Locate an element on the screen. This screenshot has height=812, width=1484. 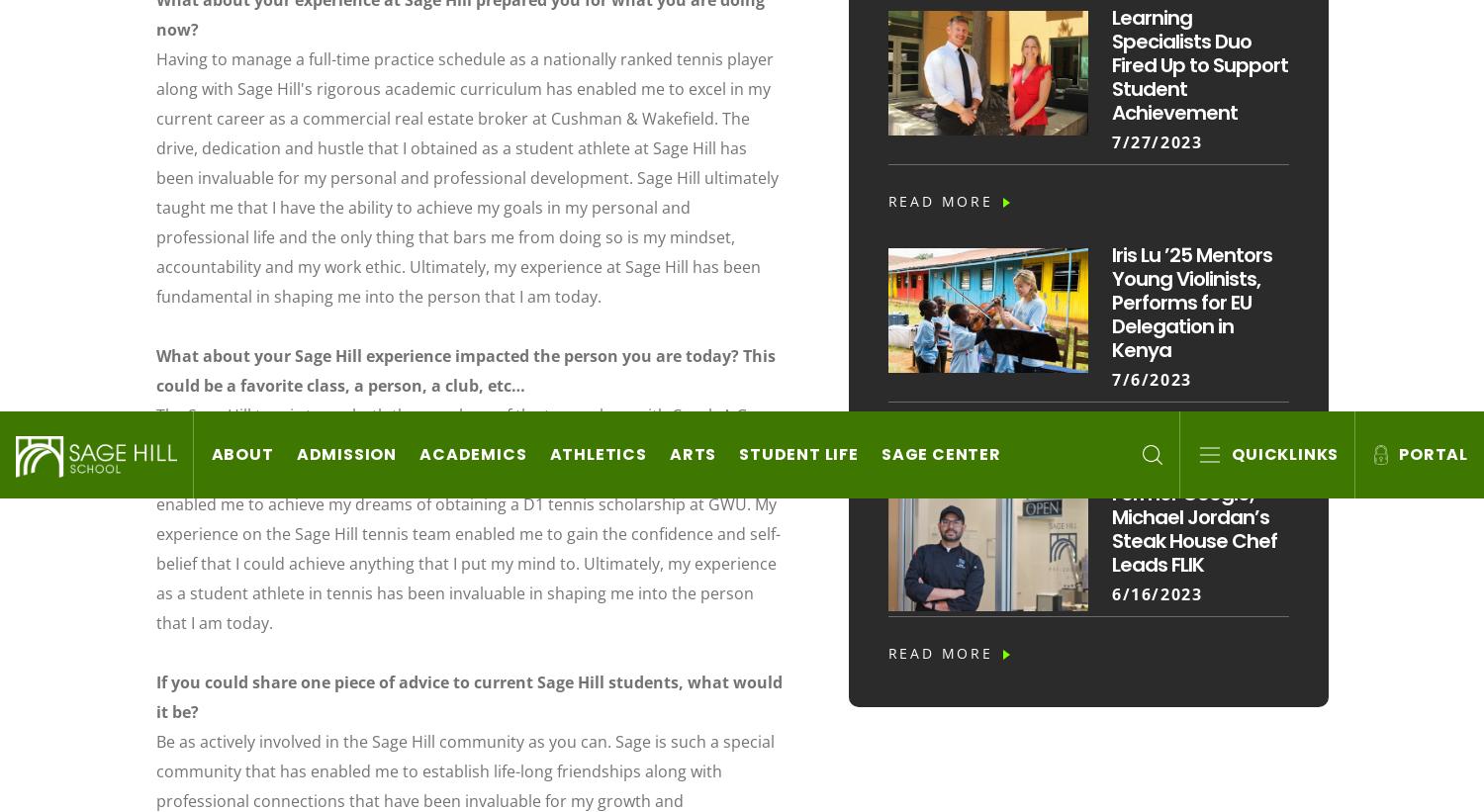
'20402 Newport Coast Drive, Newport Coast, CA 92657' is located at coordinates (353, 169).